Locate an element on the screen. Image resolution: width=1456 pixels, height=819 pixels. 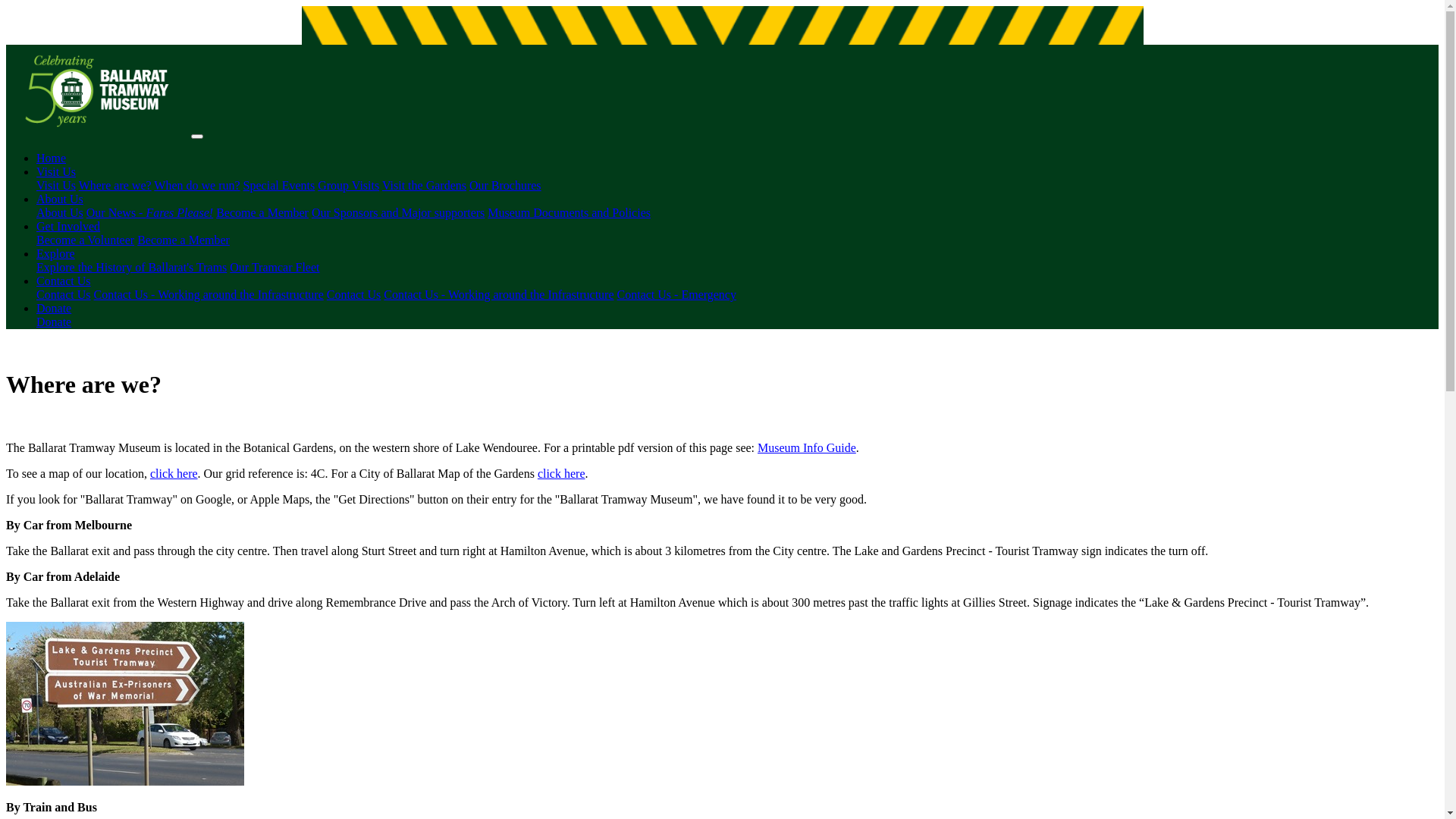
'When do we run?' is located at coordinates (196, 184).